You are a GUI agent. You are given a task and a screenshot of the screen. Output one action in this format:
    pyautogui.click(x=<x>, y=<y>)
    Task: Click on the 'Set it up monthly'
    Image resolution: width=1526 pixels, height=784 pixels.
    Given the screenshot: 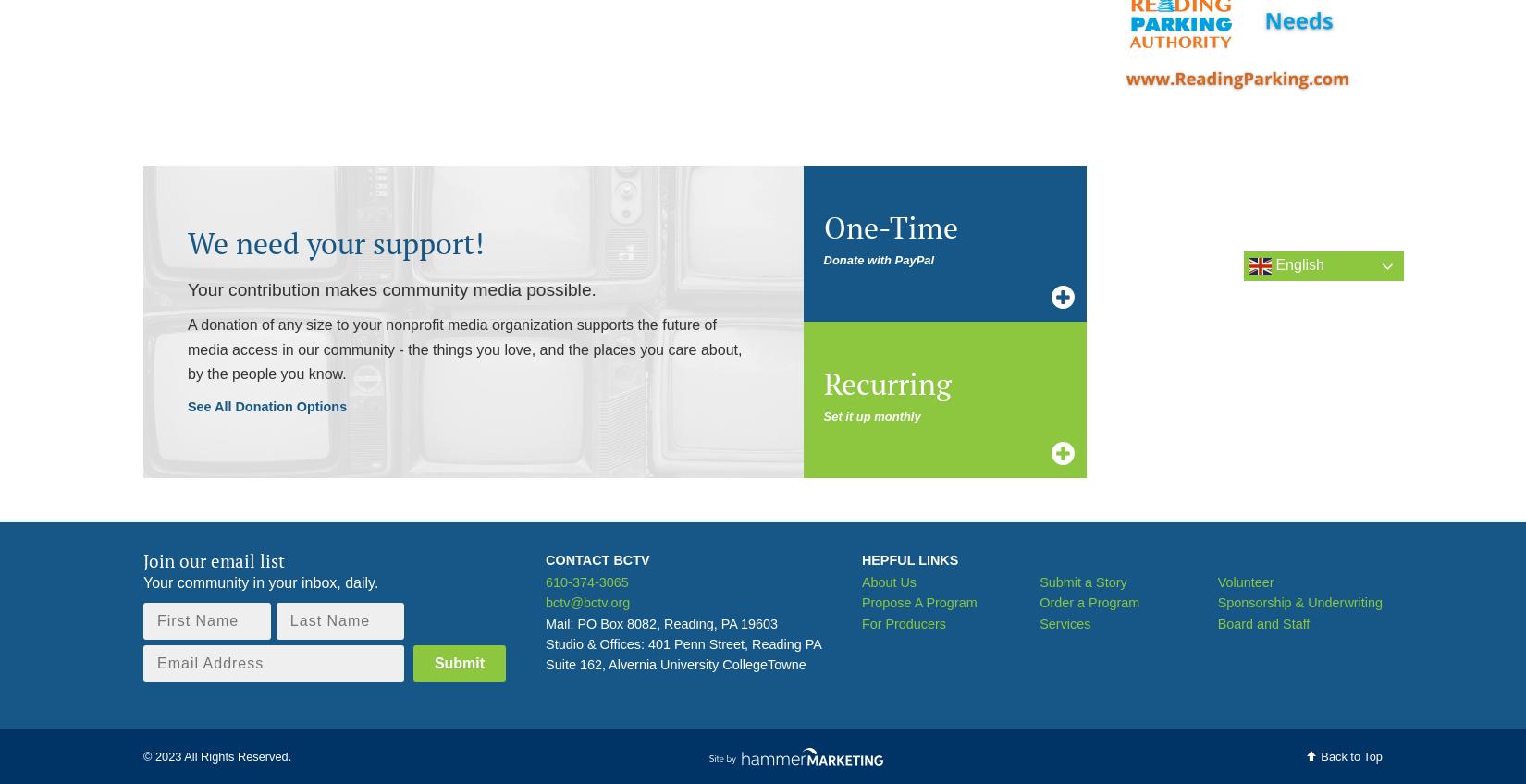 What is the action you would take?
    pyautogui.click(x=871, y=414)
    